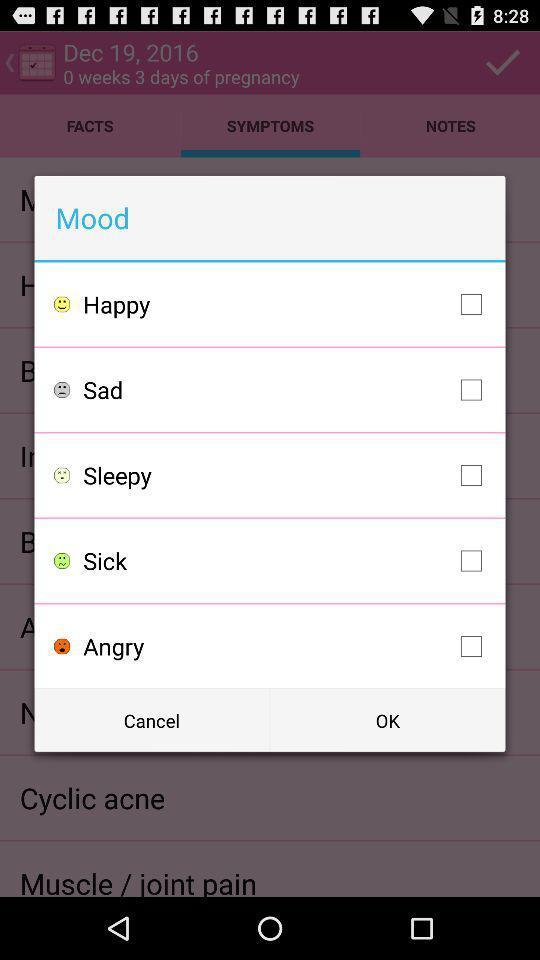  I want to click on the angry item, so click(286, 645).